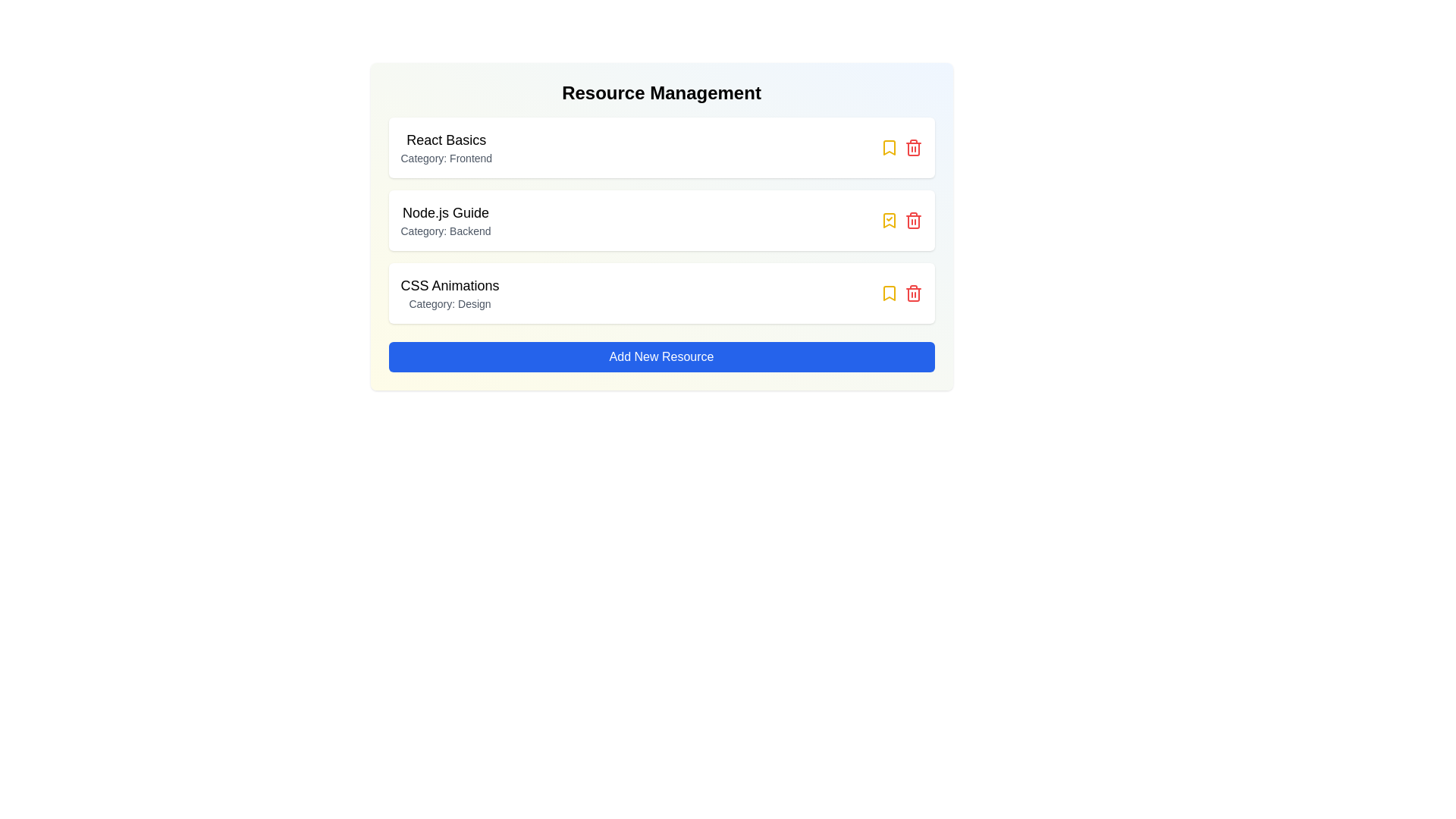  What do you see at coordinates (912, 220) in the screenshot?
I see `trash icon for the resource titled 'Node.js Guide'` at bounding box center [912, 220].